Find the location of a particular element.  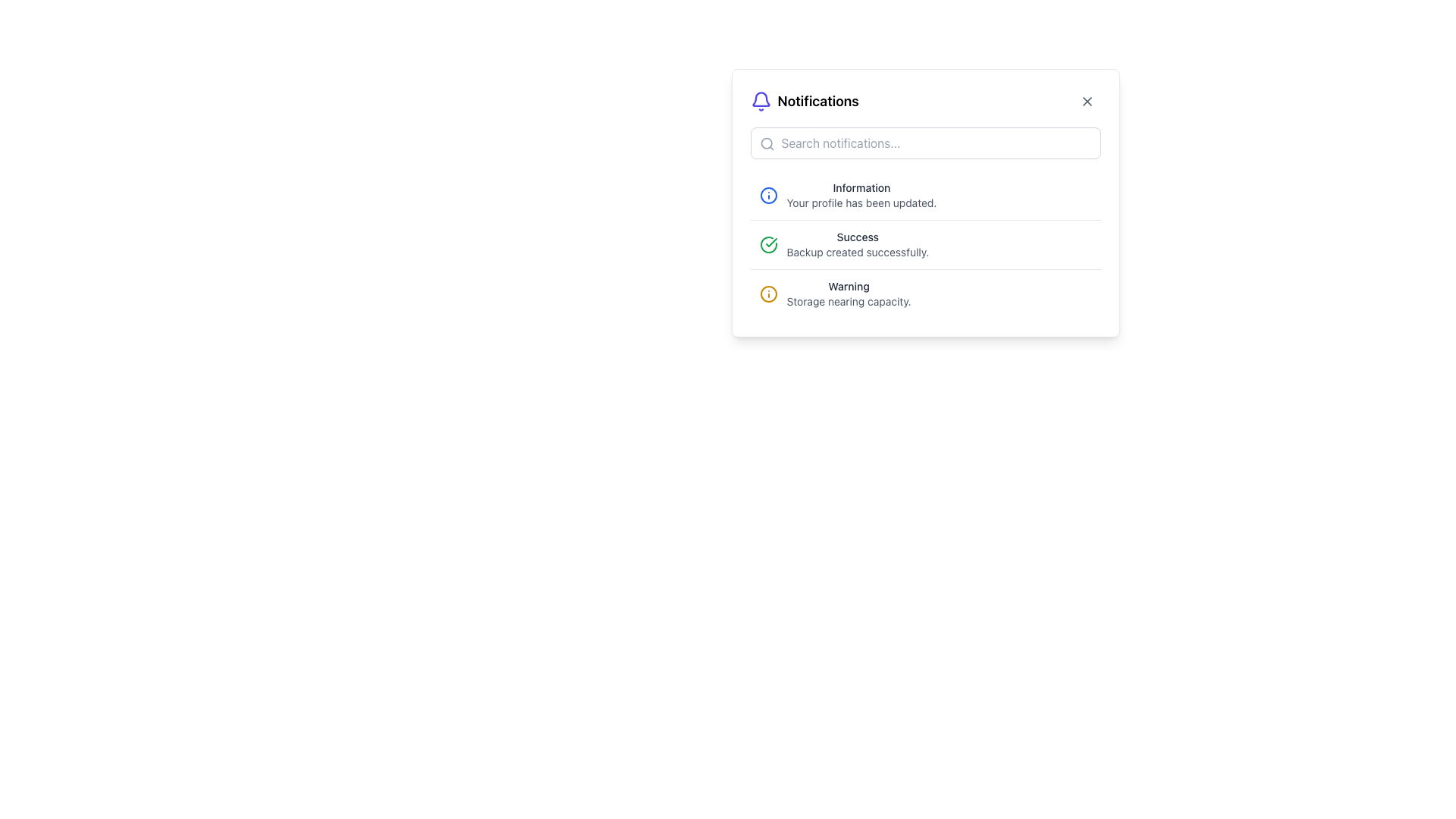

the 'Warning' notification text, which indicates 'Storage nearing capacity' in the notification list of the modal is located at coordinates (848, 294).